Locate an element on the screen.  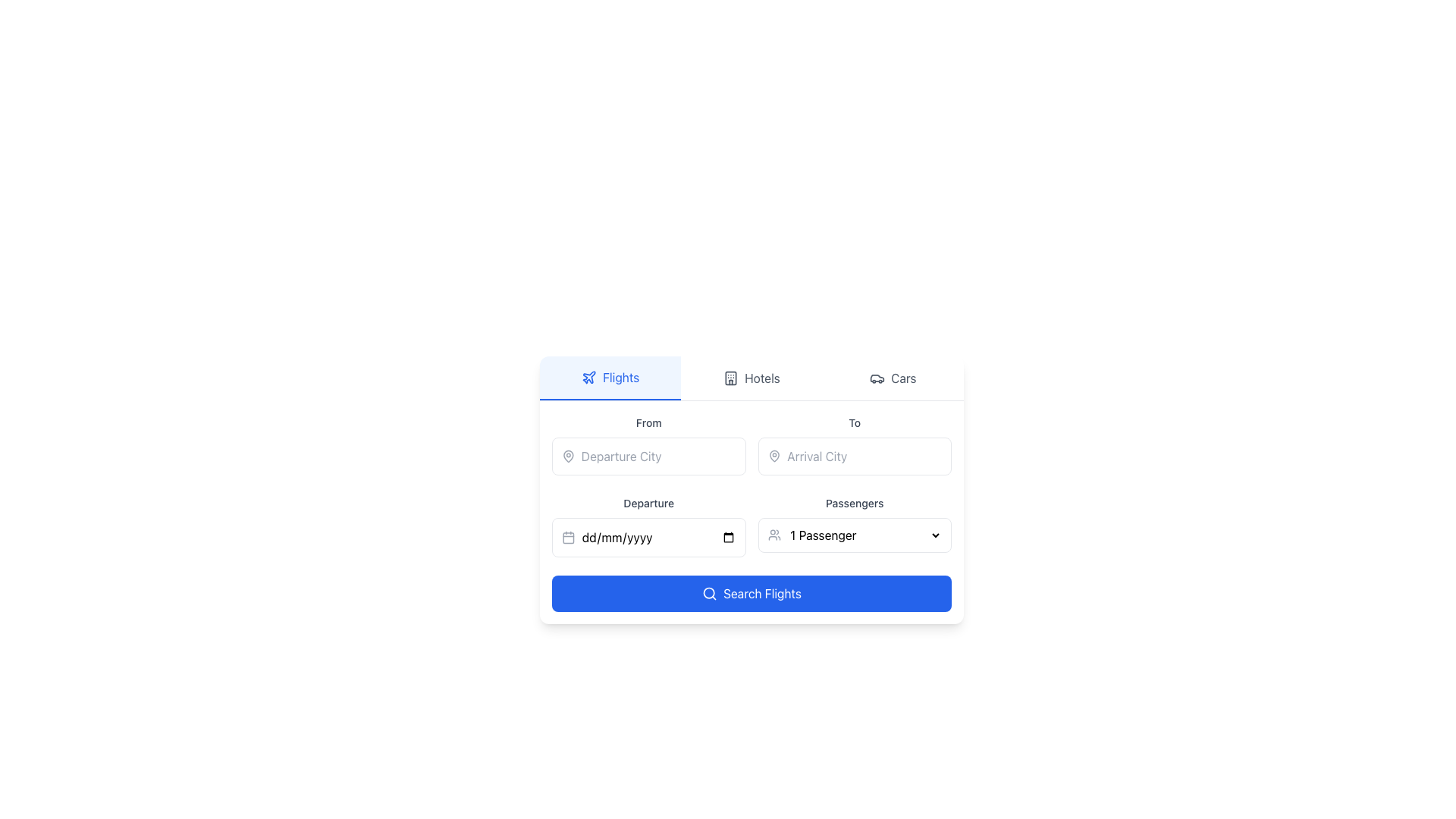
the icon indicating the purpose of the adjacent text input field for selecting a departure city, which is located to the left of the 'Departure City' text input field is located at coordinates (567, 455).